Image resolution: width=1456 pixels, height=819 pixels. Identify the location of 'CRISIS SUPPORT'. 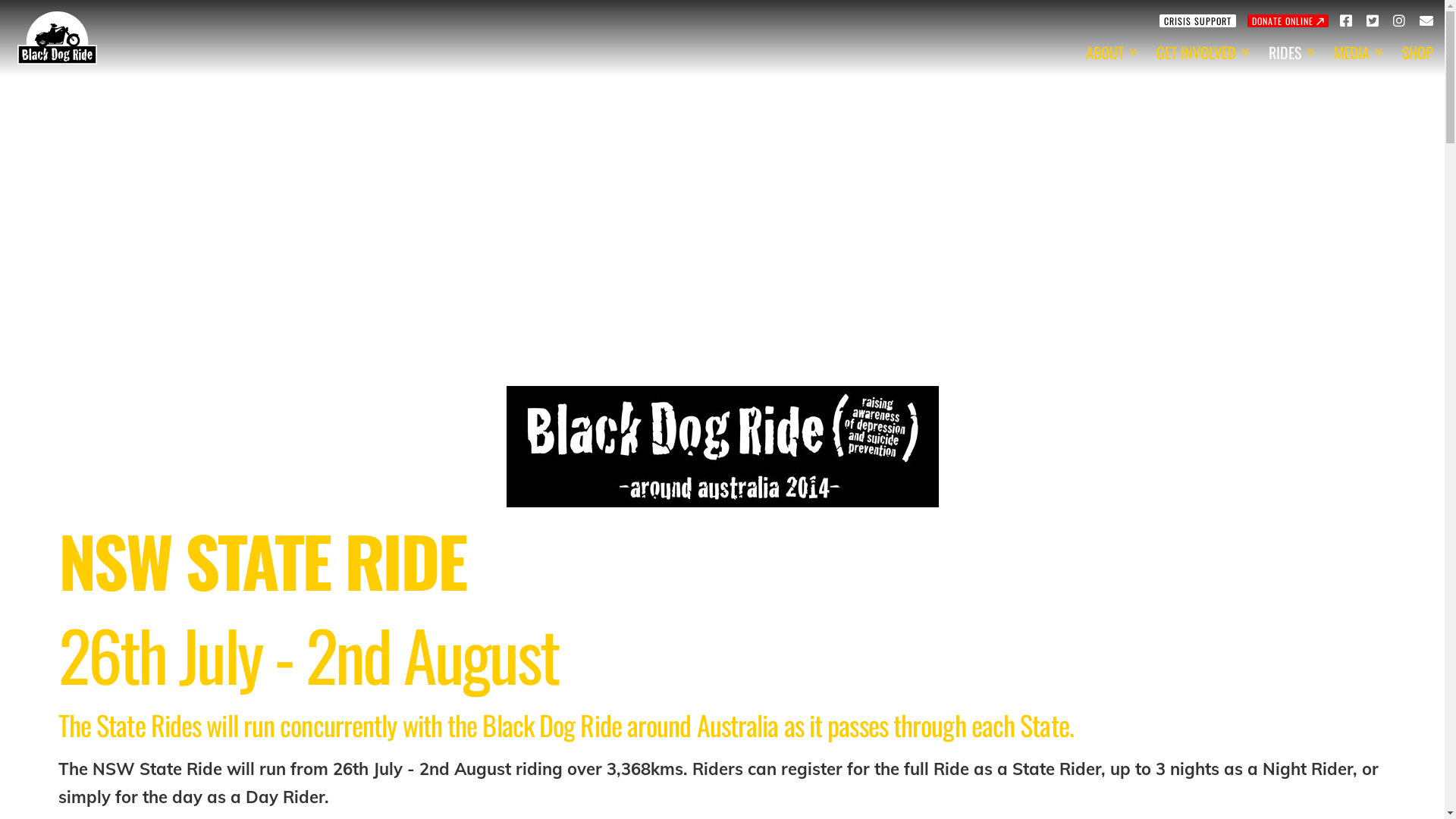
(1197, 20).